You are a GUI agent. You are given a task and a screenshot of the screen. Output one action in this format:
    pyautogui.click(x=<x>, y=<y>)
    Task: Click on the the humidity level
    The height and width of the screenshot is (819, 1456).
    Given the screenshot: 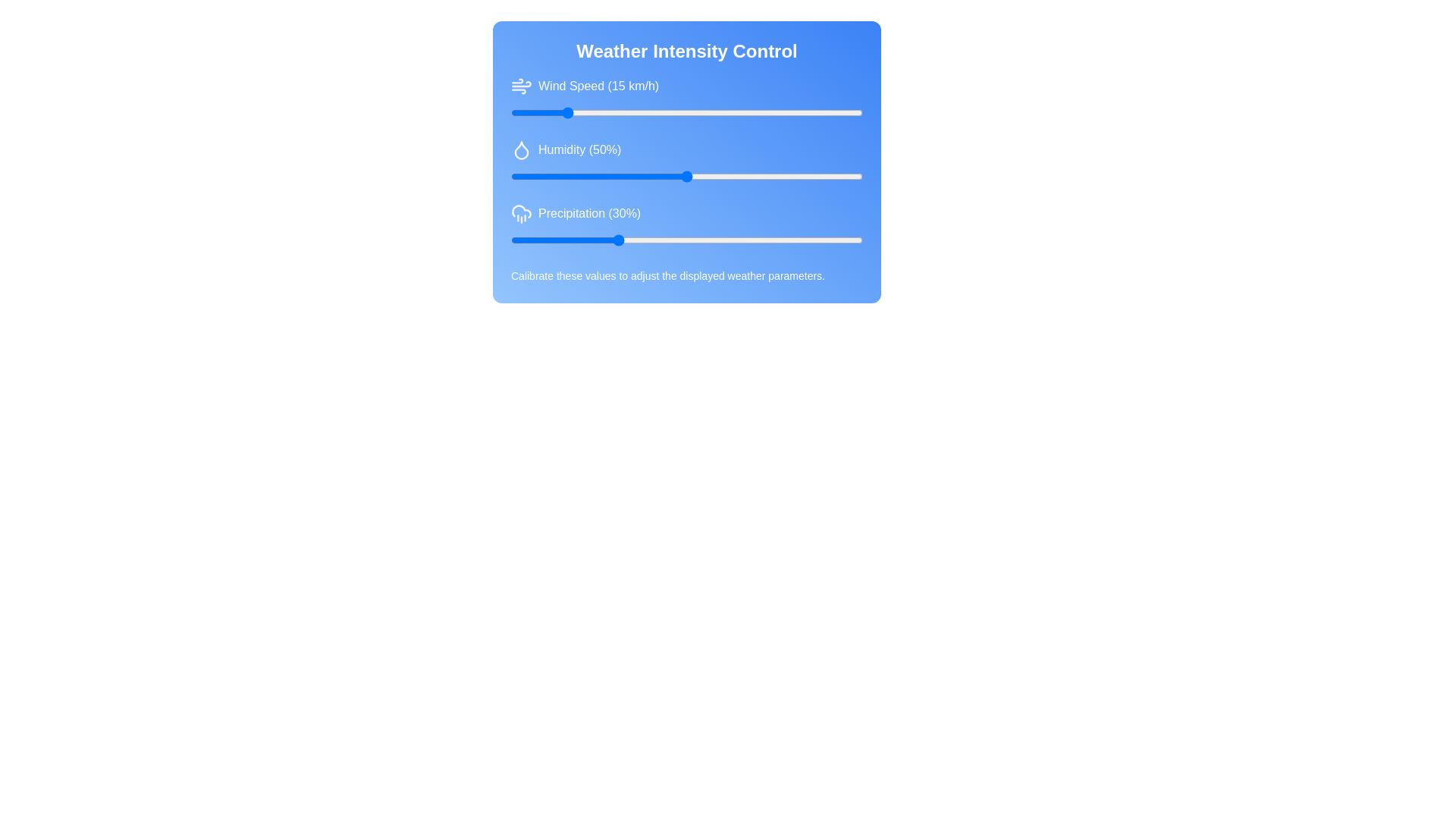 What is the action you would take?
    pyautogui.click(x=725, y=175)
    